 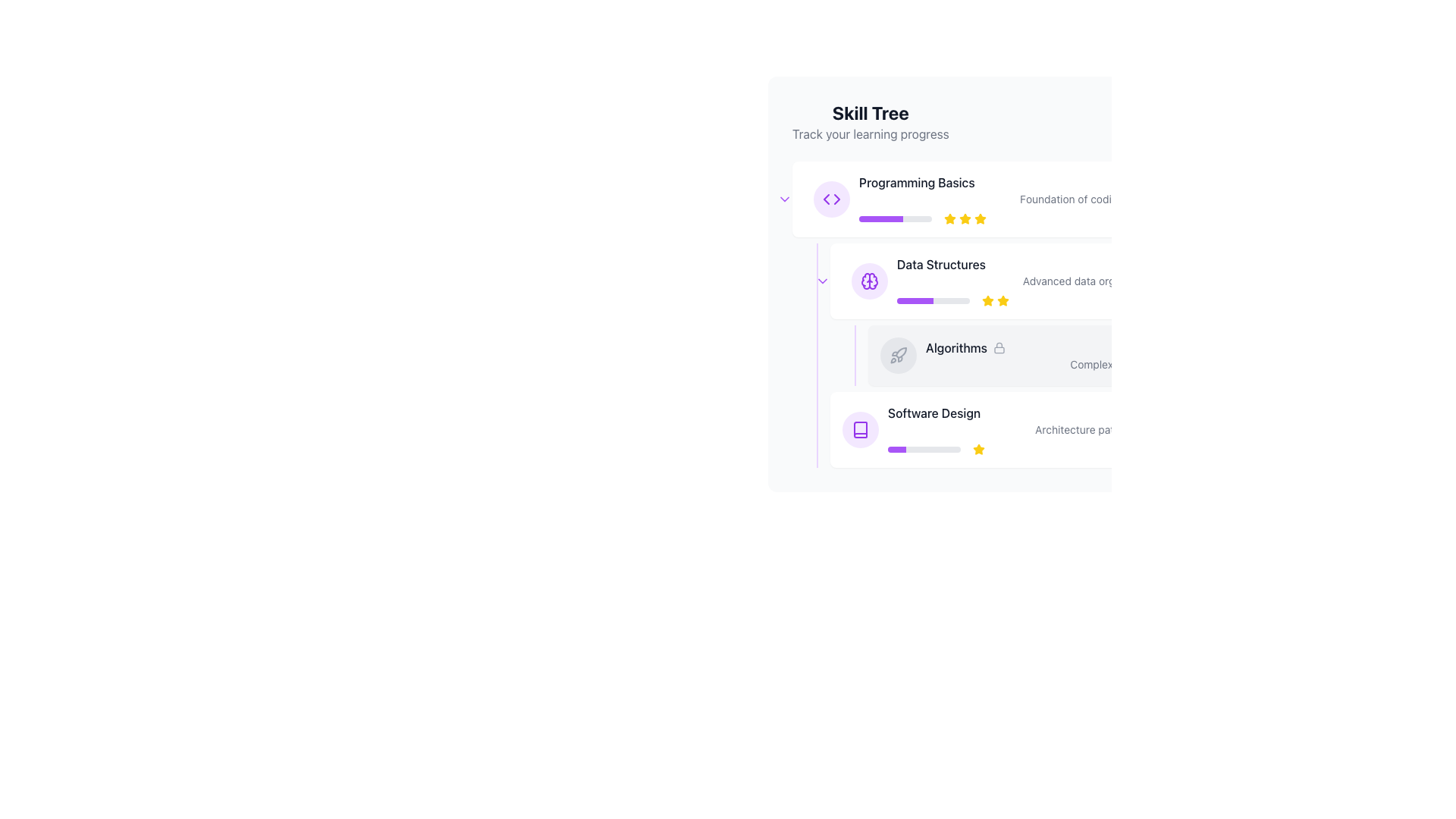 What do you see at coordinates (987, 301) in the screenshot?
I see `the first star-shaped icon with a yellow fill and dark outline, located in the 'Data Structures' section` at bounding box center [987, 301].